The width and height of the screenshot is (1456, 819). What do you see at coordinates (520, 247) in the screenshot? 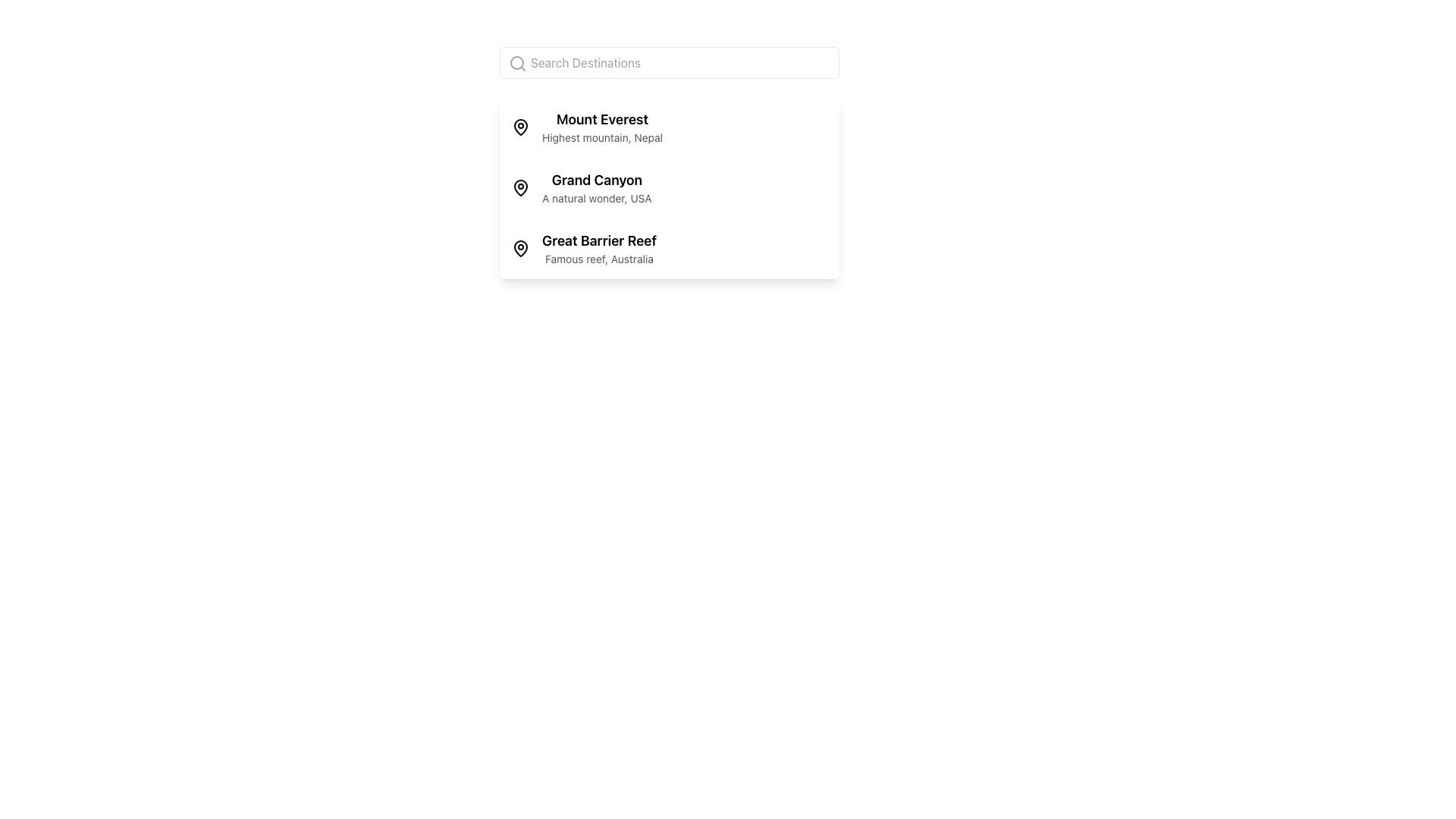
I see `visual representation of the map pin icon, which is styled with a rounded outline and a small central circle, located to the far left of the 'Great Barrier Reef' item` at bounding box center [520, 247].